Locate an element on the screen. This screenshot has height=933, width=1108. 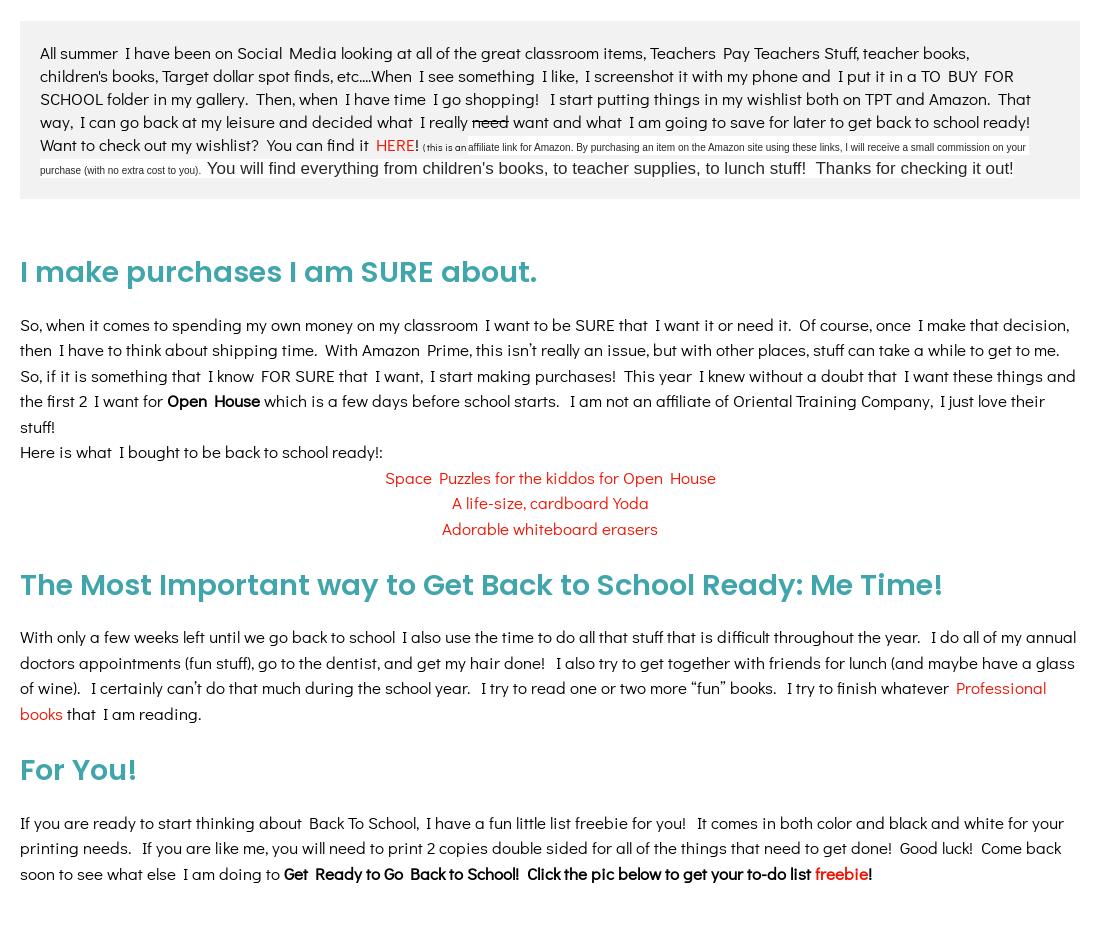
'Here is what I bought to be back to school ready!:' is located at coordinates (201, 281).